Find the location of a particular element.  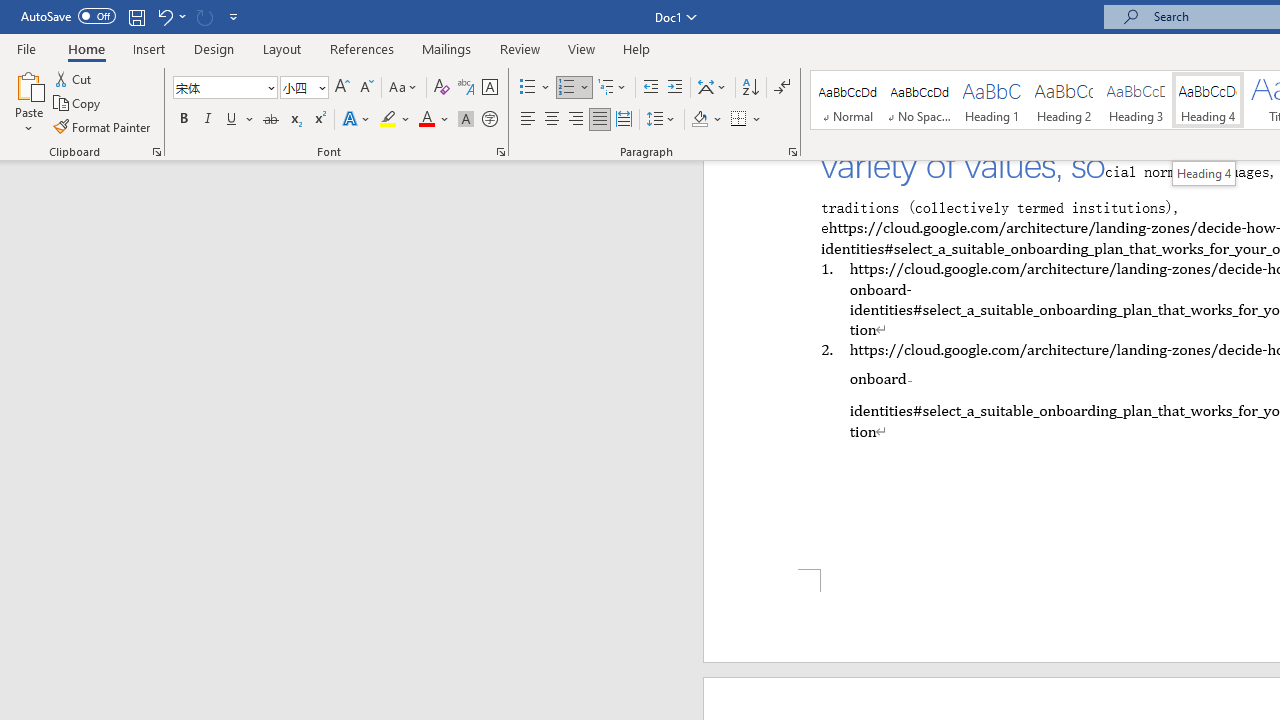

'Undo Apply Quick Style' is located at coordinates (170, 16).